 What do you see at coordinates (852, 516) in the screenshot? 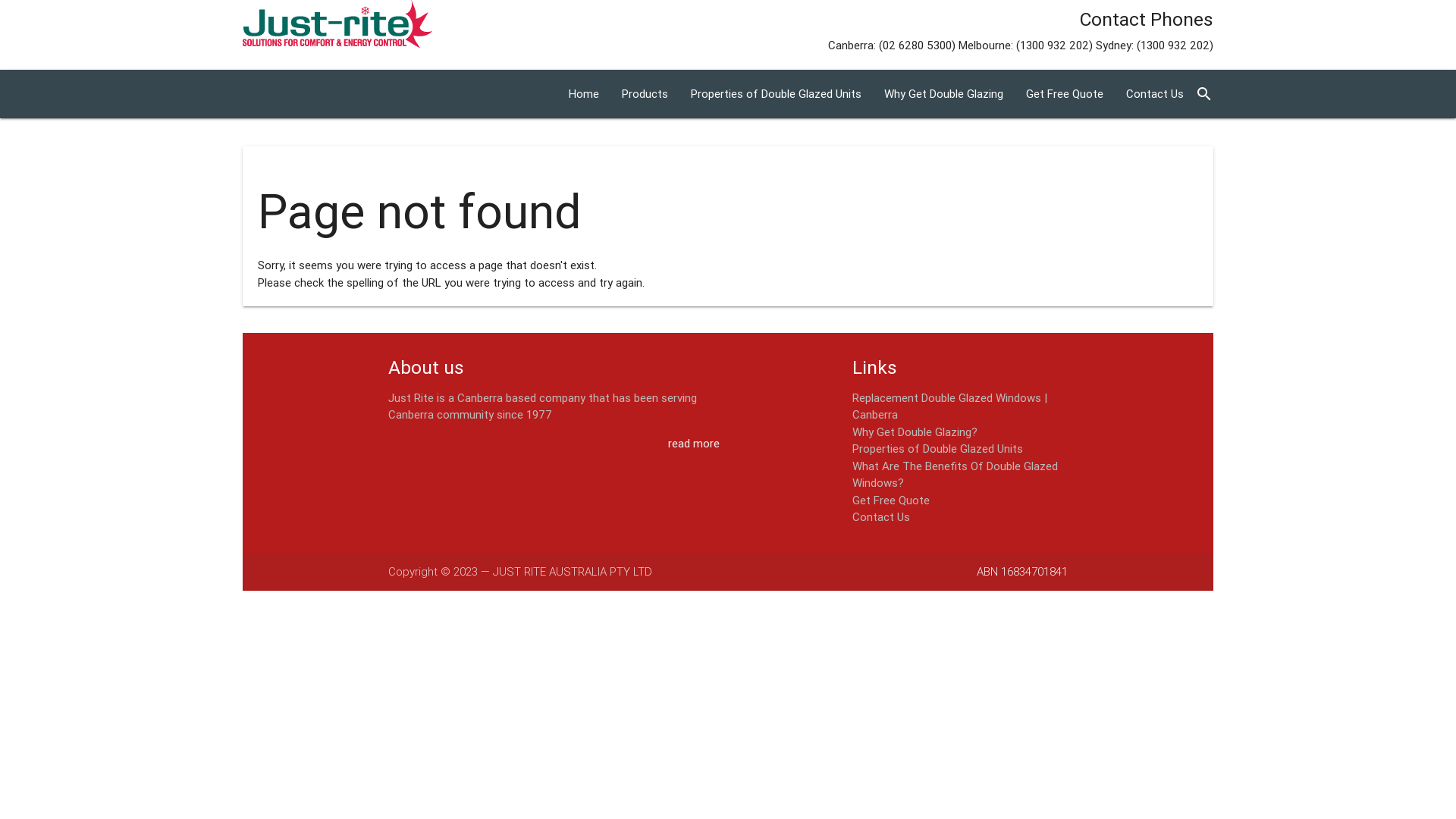
I see `'Contact Us'` at bounding box center [852, 516].